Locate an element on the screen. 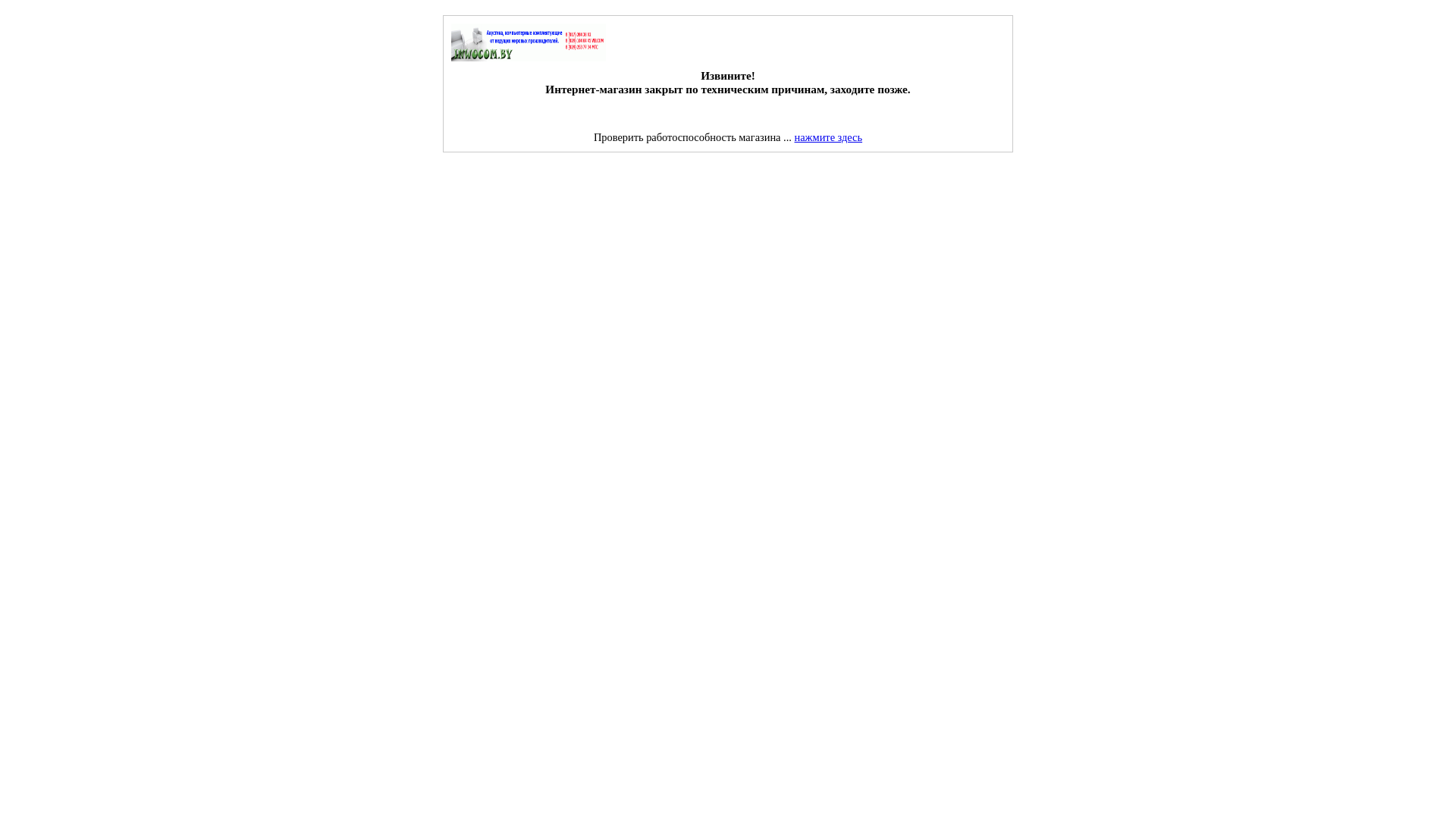 The image size is (1456, 819). 'osCommerce VaM Edition' is located at coordinates (528, 42).